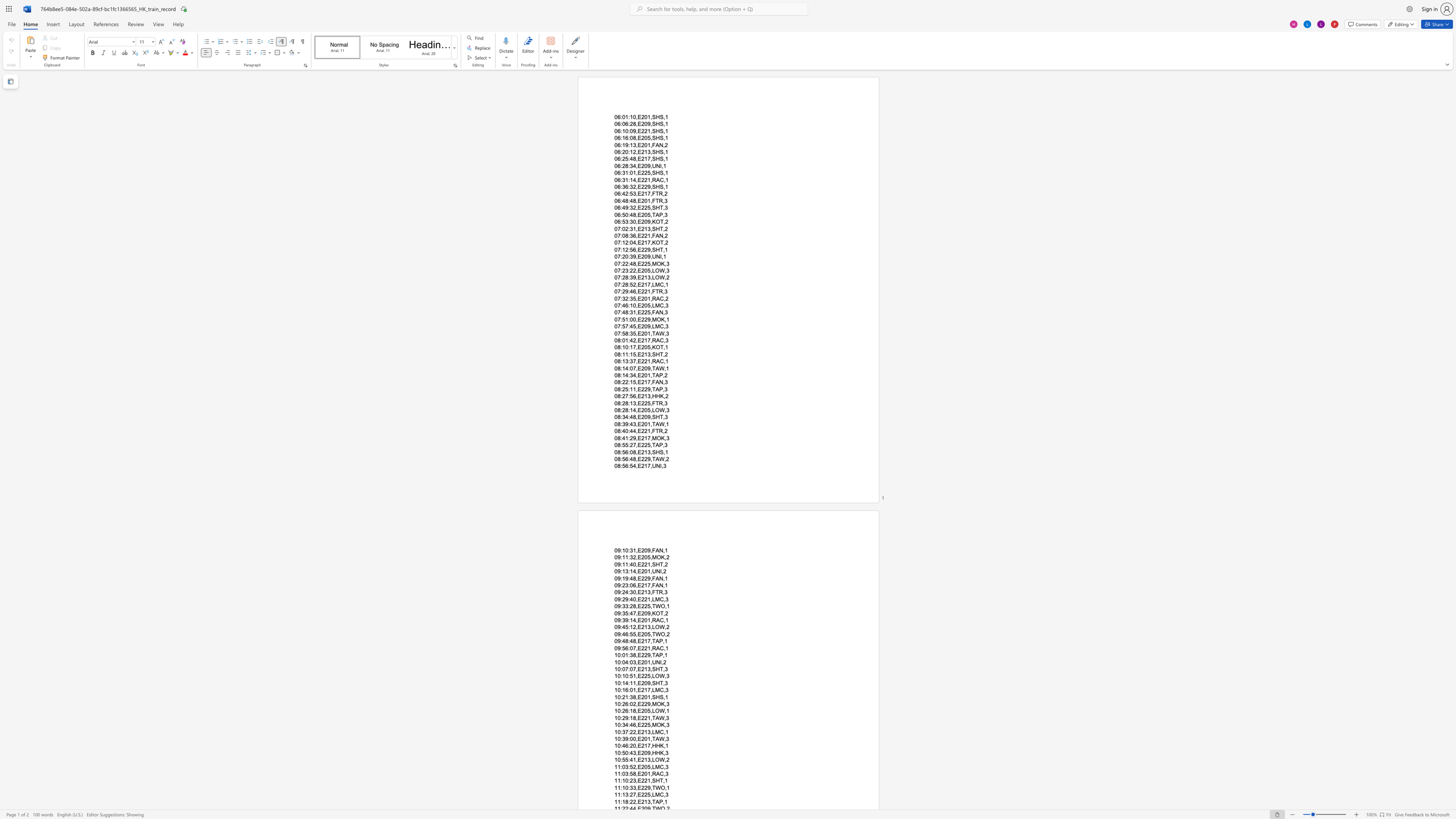  I want to click on the subset text "E205,LOW" within the text "10:26:18,E205,LOW,1", so click(637, 710).